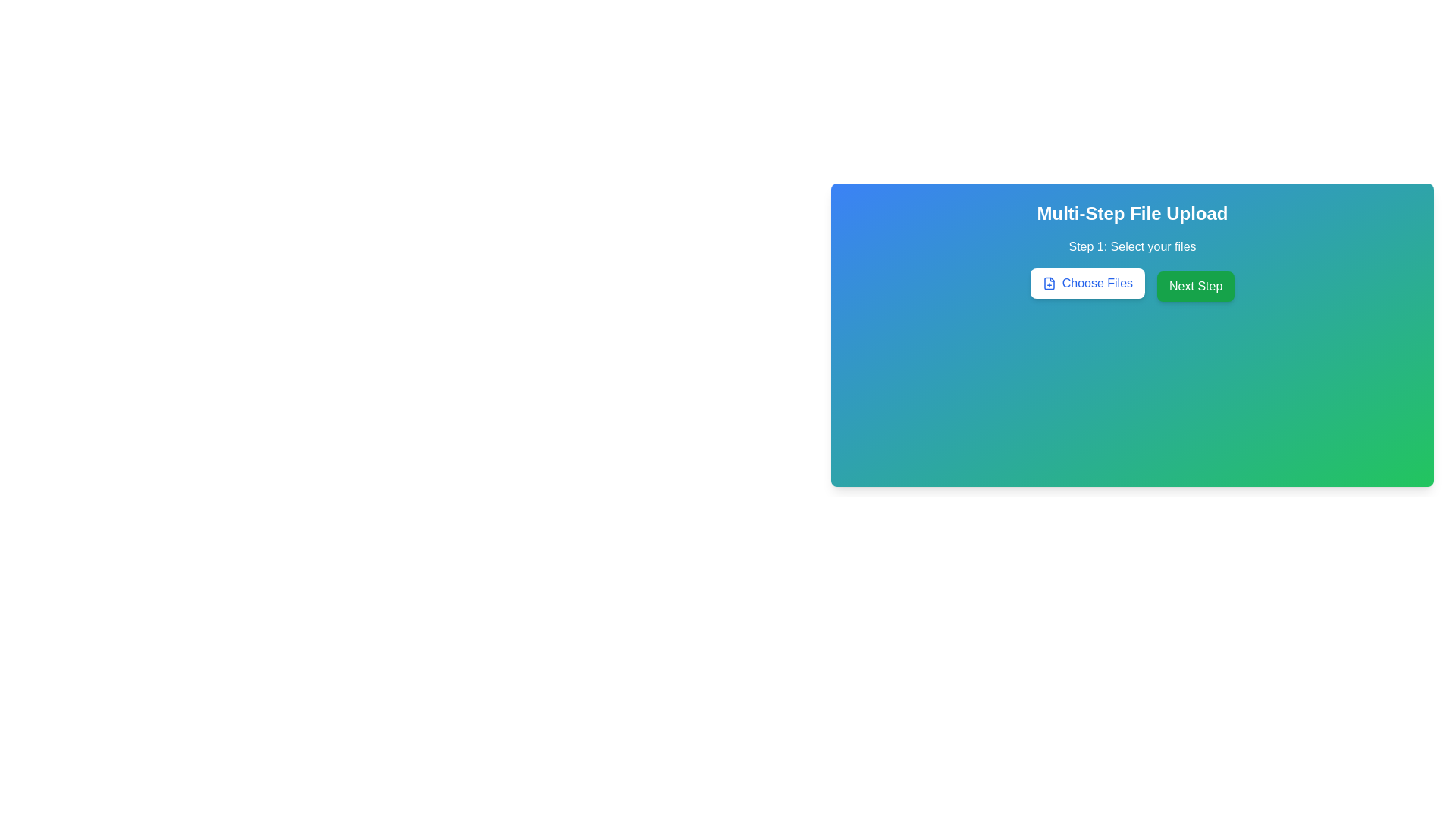 Image resolution: width=1456 pixels, height=819 pixels. I want to click on the text label that serves as a step indicator for selecting files in the multi-step process, located above the 'Choose Files' and 'Next Step' buttons, so click(1132, 246).